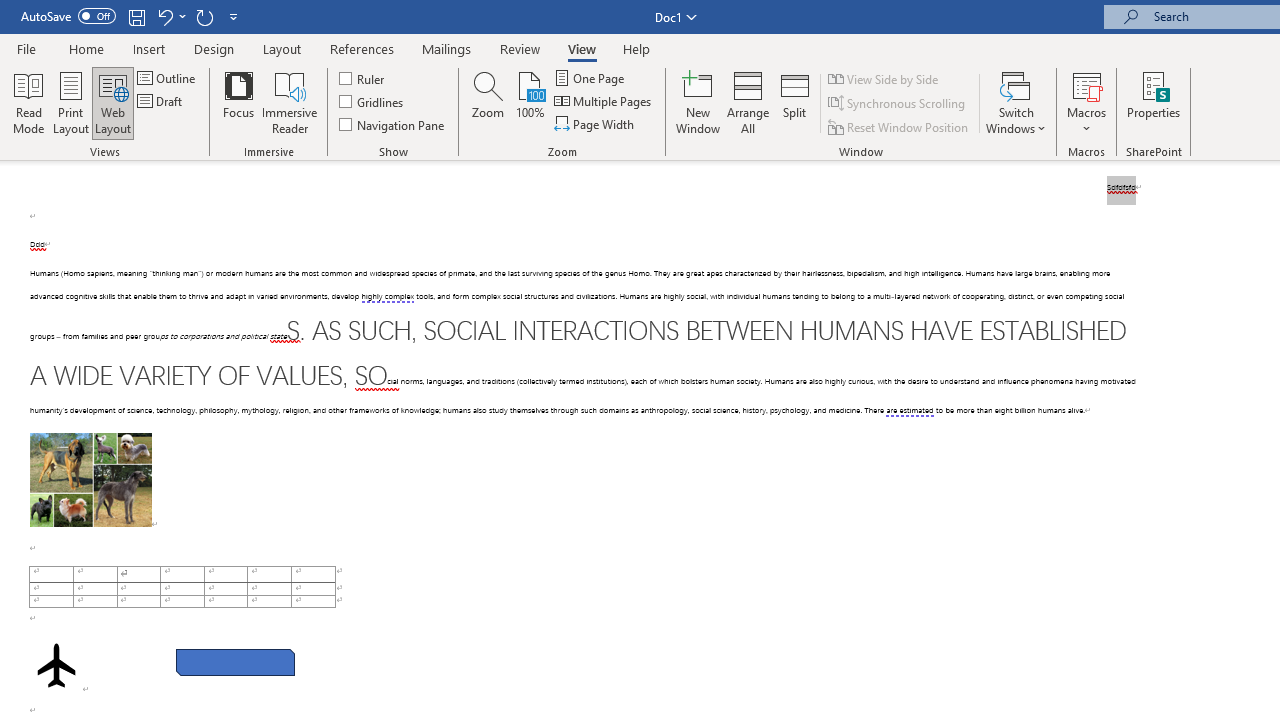  I want to click on 'Synchronous Scrolling', so click(897, 103).